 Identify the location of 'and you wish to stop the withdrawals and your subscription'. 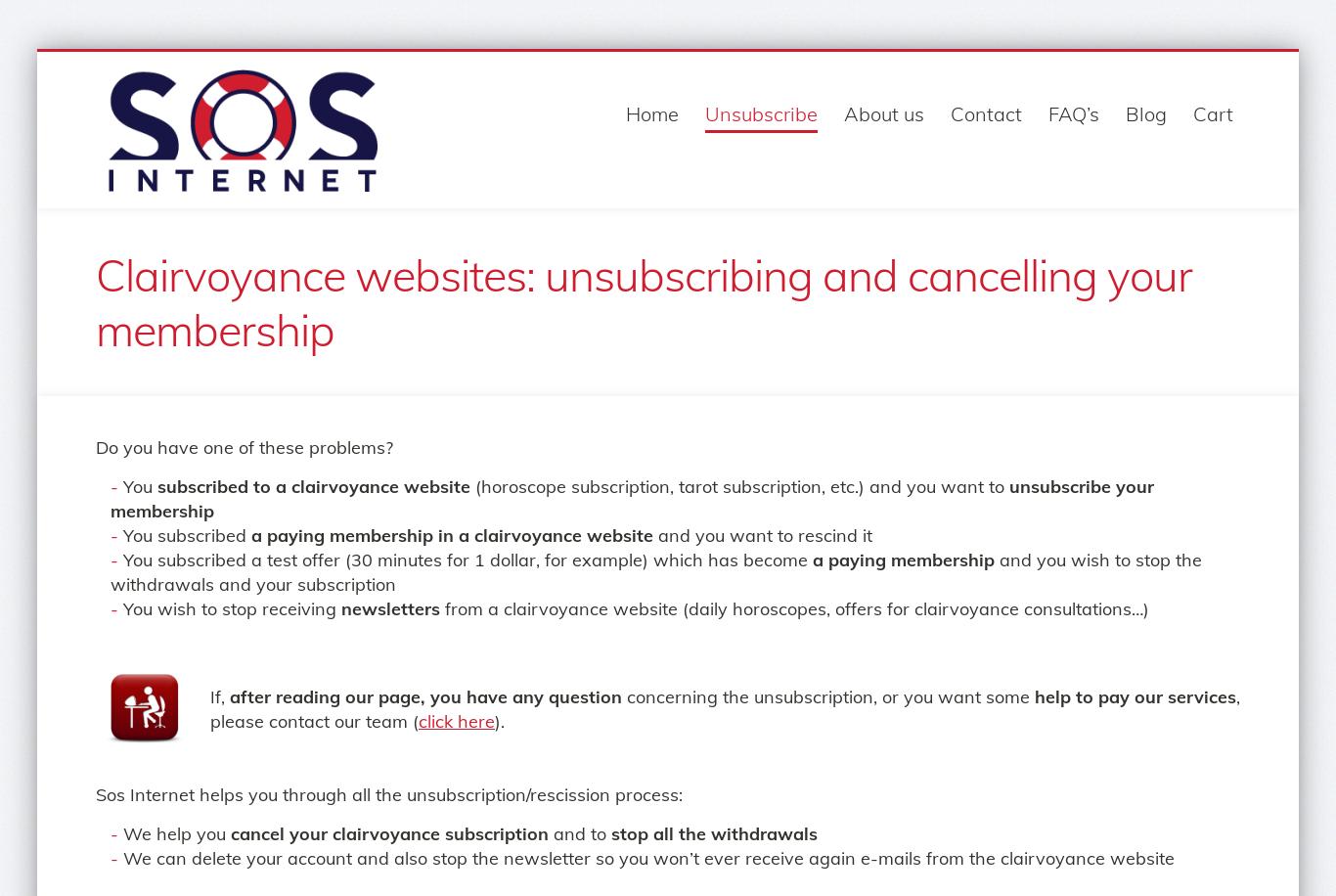
(654, 571).